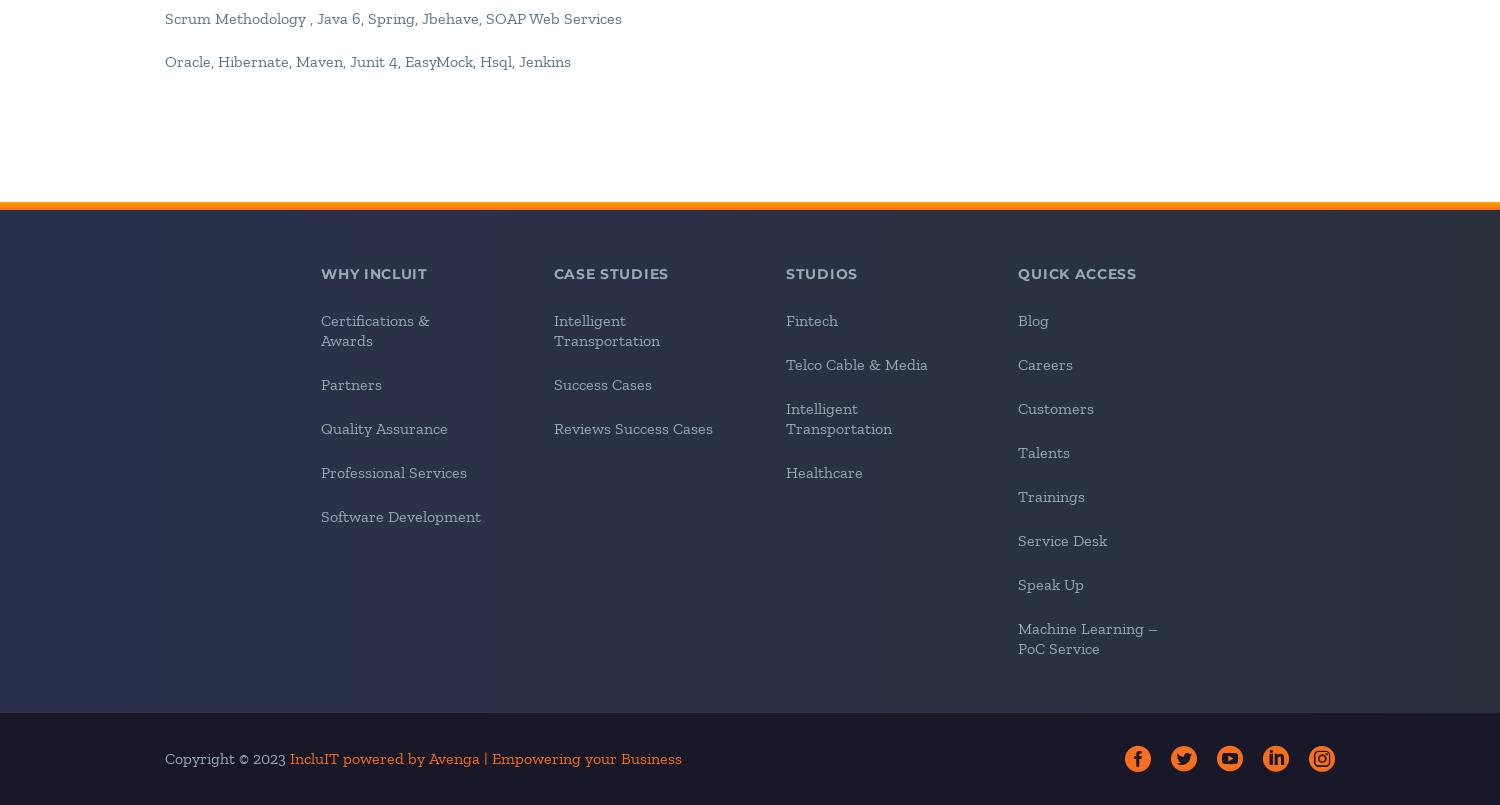 This screenshot has width=1500, height=805. What do you see at coordinates (1086, 636) in the screenshot?
I see `'Machine Learning – PoC Service'` at bounding box center [1086, 636].